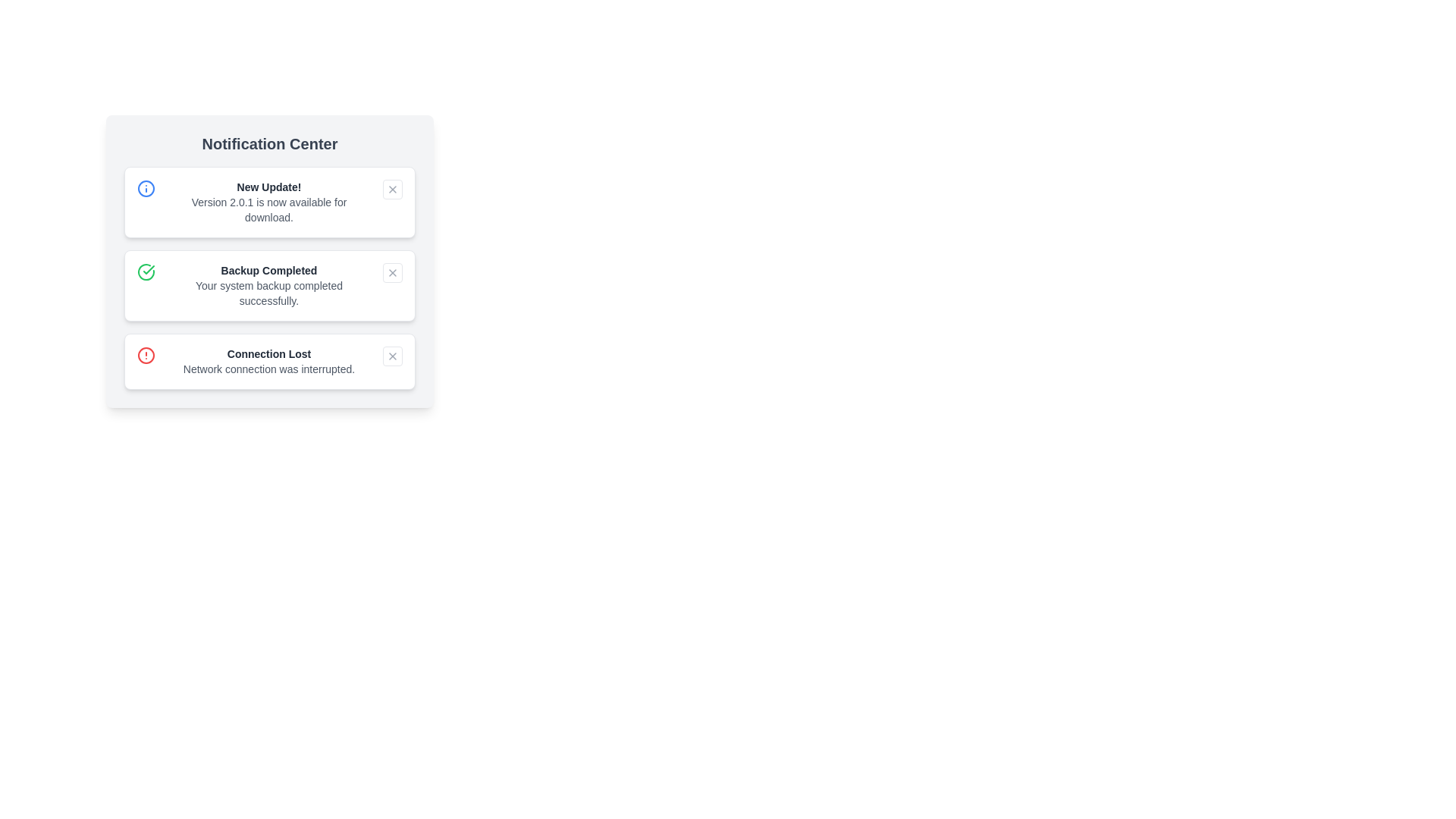 The height and width of the screenshot is (819, 1456). I want to click on the text label that displays the message 'Your system backup completed successfully.' located in the lower portion of the notification card under the heading 'Backup Completed.', so click(269, 293).